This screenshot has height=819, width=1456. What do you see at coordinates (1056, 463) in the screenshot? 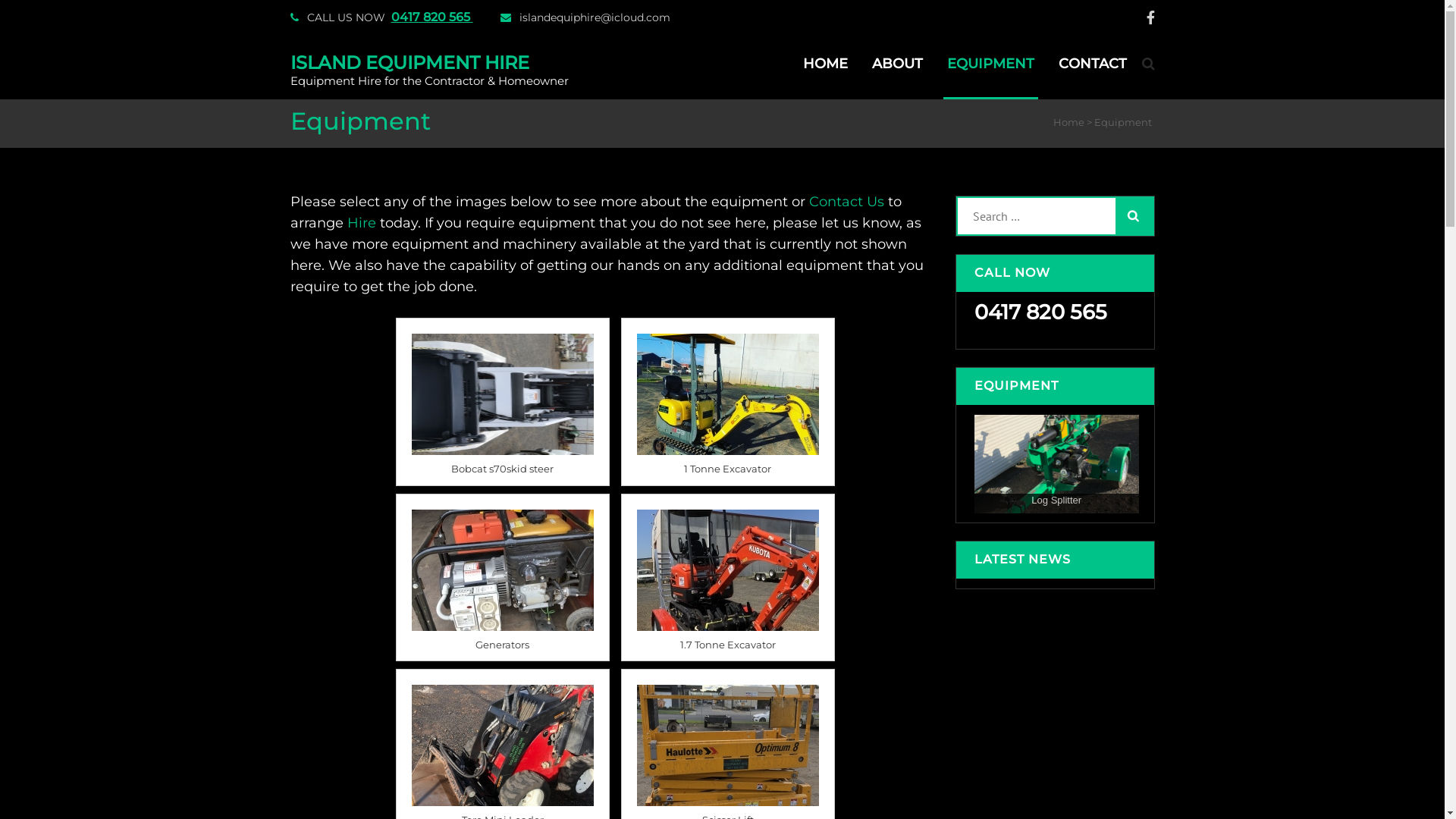
I see `'Log Splitter'` at bounding box center [1056, 463].